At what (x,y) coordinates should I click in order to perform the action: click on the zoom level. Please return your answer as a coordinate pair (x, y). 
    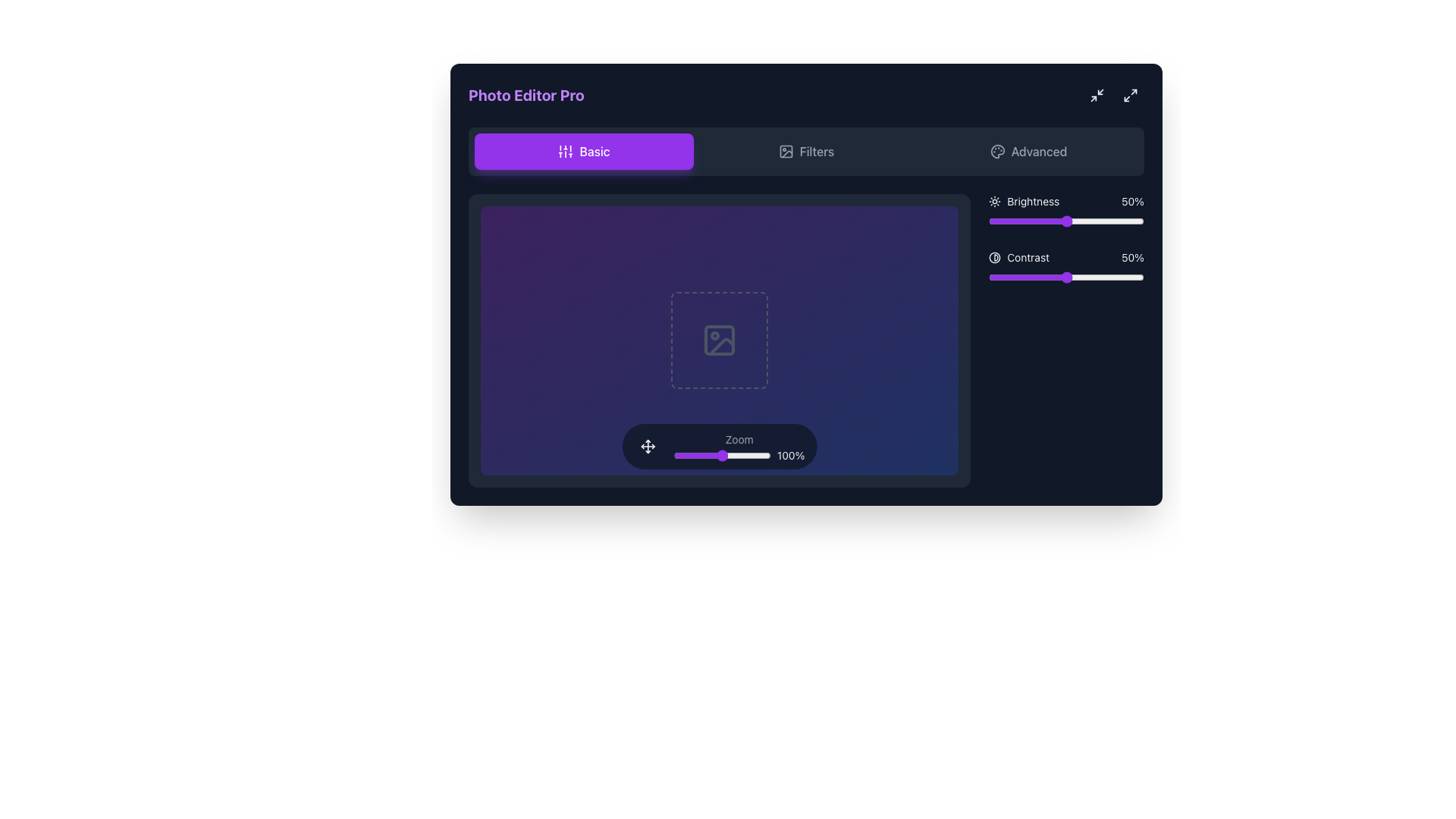
    Looking at the image, I should click on (767, 454).